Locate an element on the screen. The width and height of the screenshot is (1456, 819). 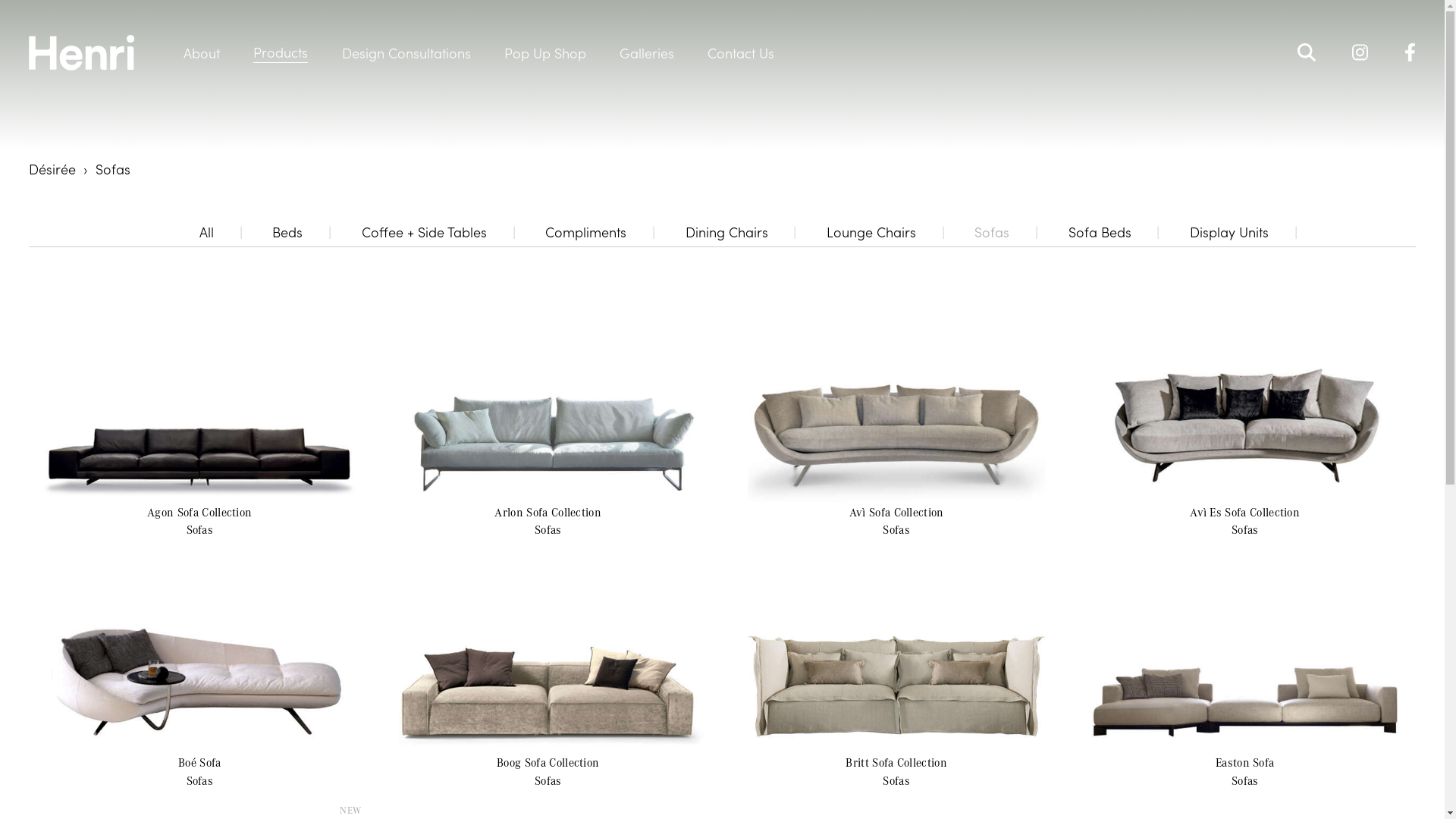
'Contact Us' is located at coordinates (741, 52).